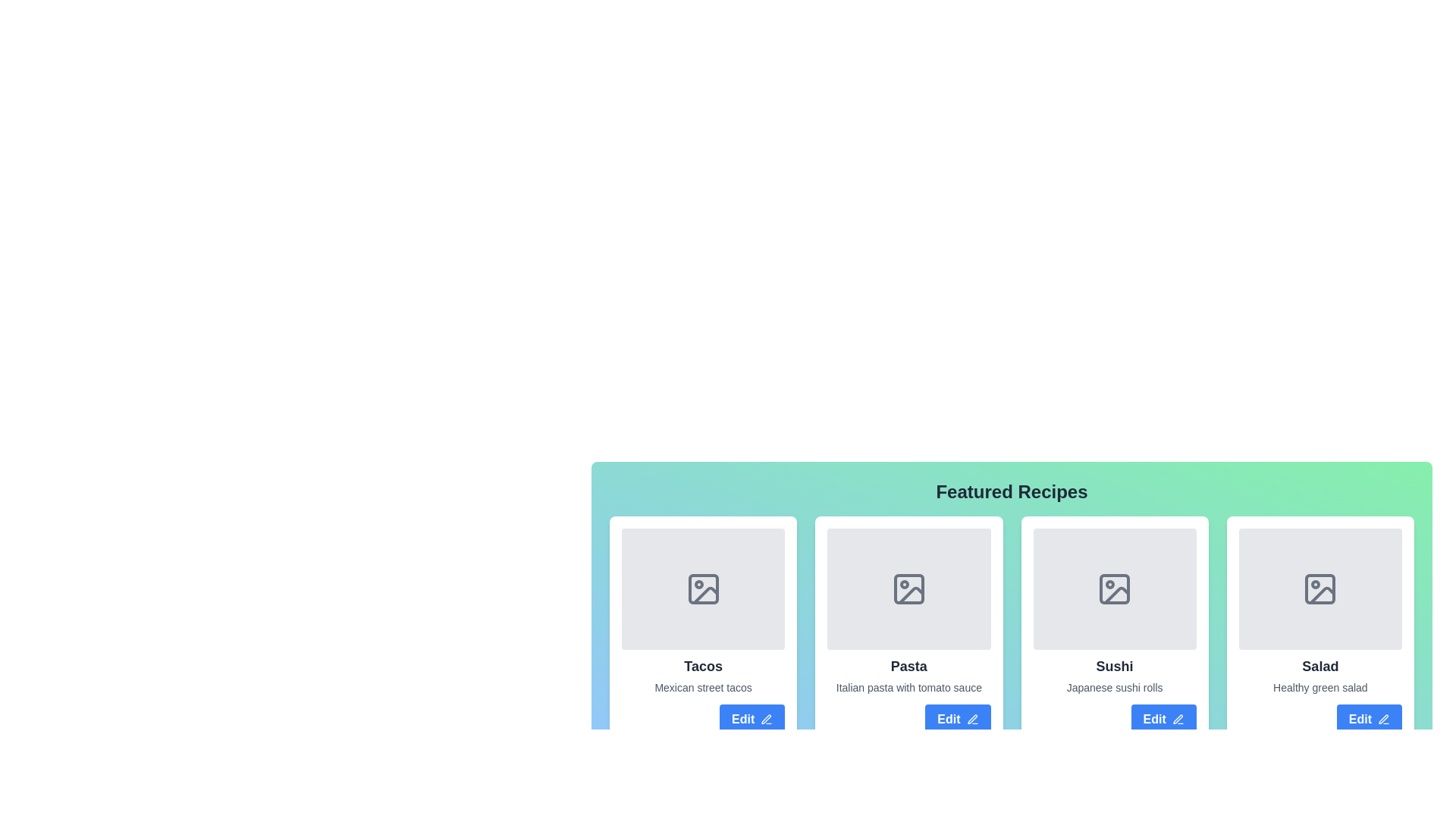  I want to click on the text label displaying 'Tacos', which is styled in a bold and large font and is centrally placed within its card, located below a gray image placeholder, so click(702, 666).